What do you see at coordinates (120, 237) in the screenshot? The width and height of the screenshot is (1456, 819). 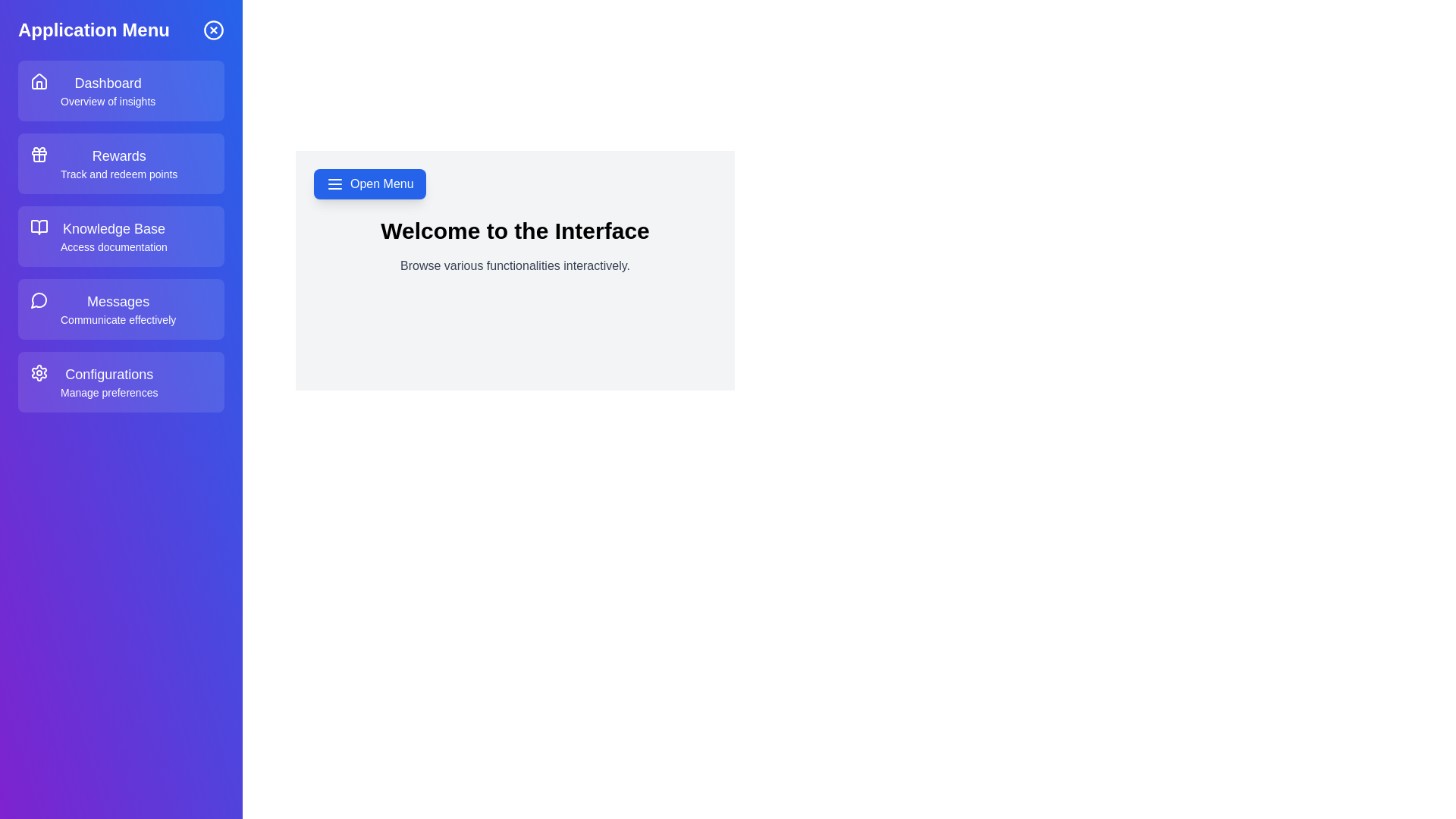 I see `the menu item labeled Knowledge Base` at bounding box center [120, 237].